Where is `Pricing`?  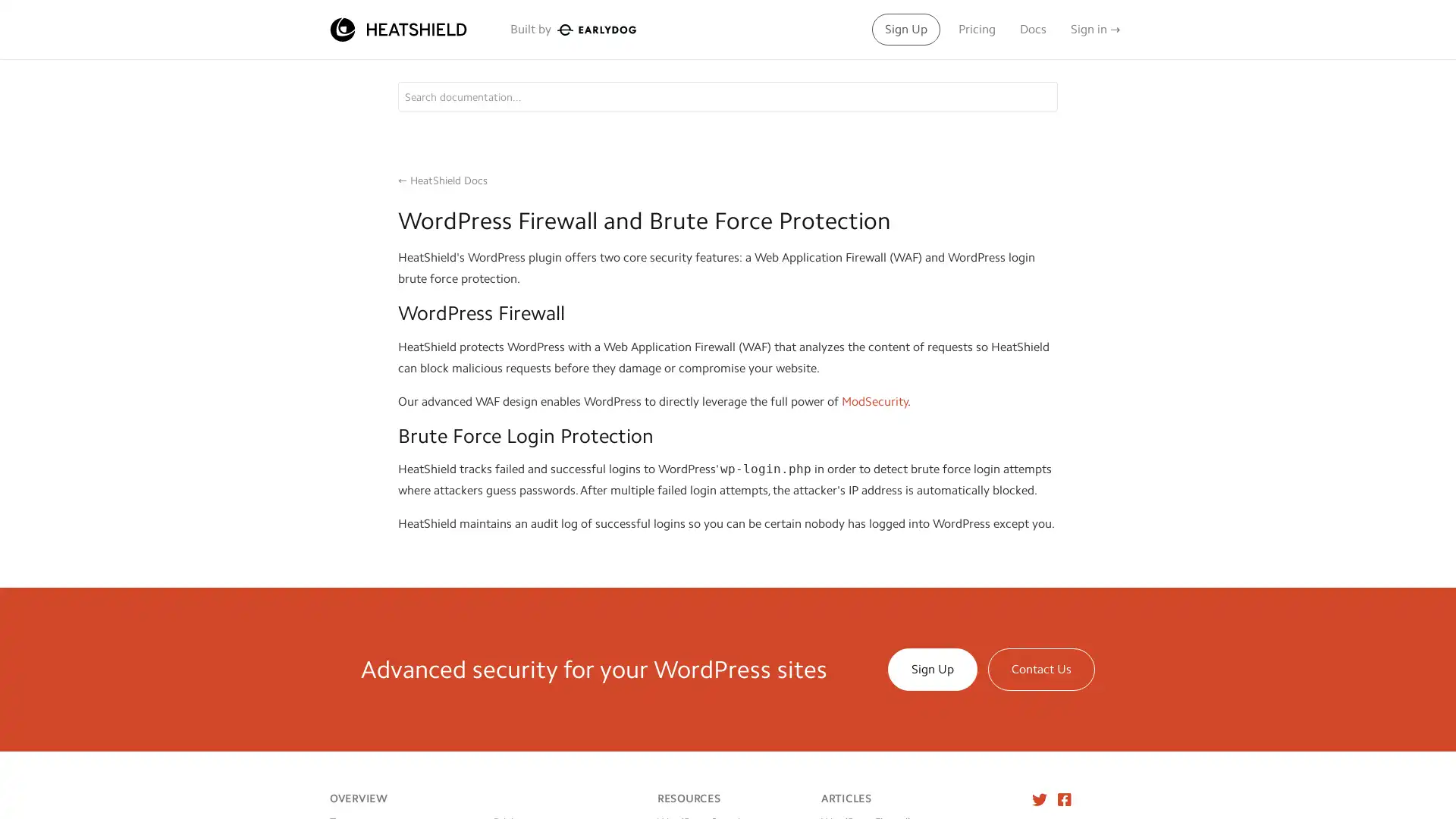
Pricing is located at coordinates (977, 29).